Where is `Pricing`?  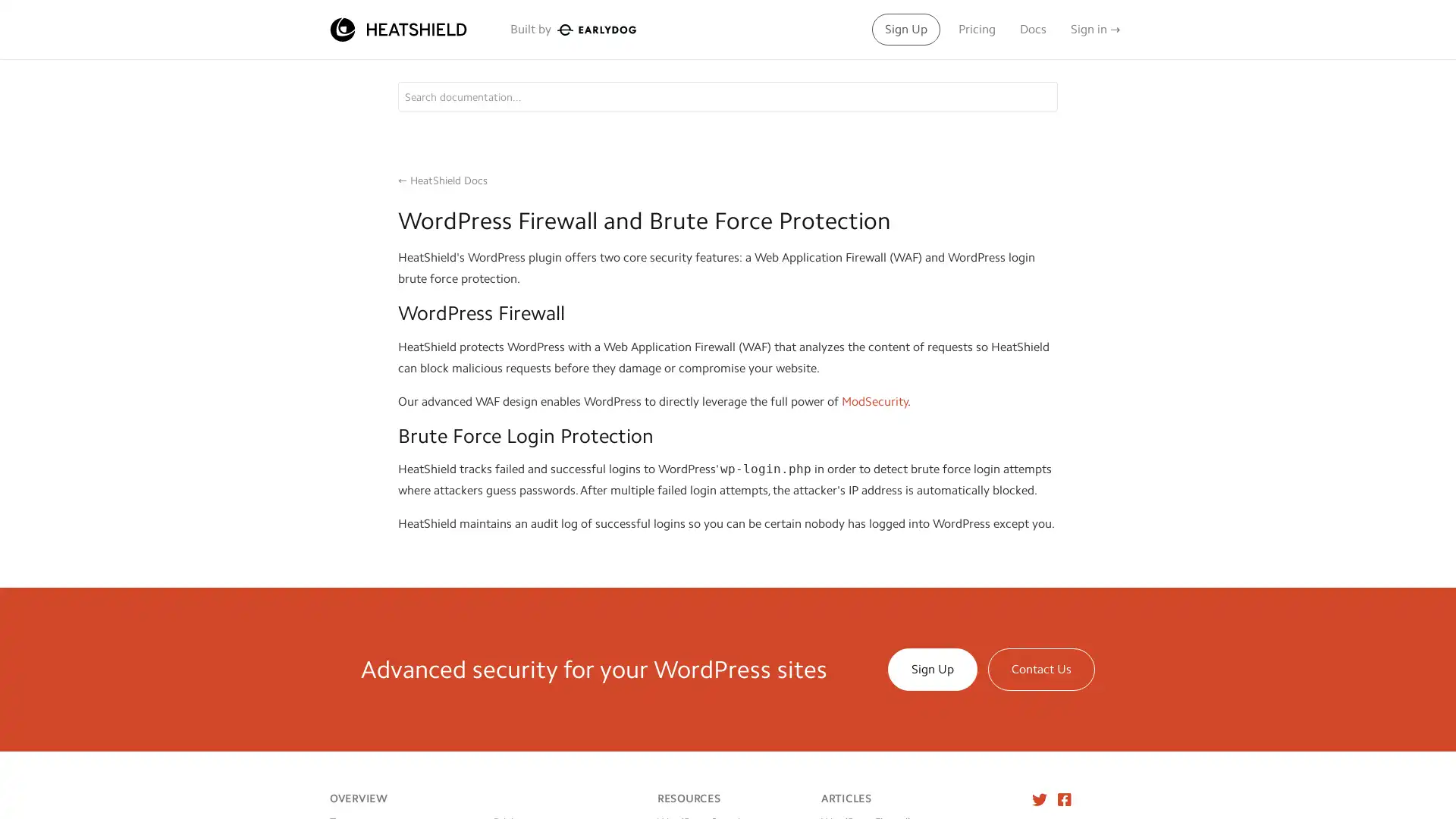
Pricing is located at coordinates (977, 29).